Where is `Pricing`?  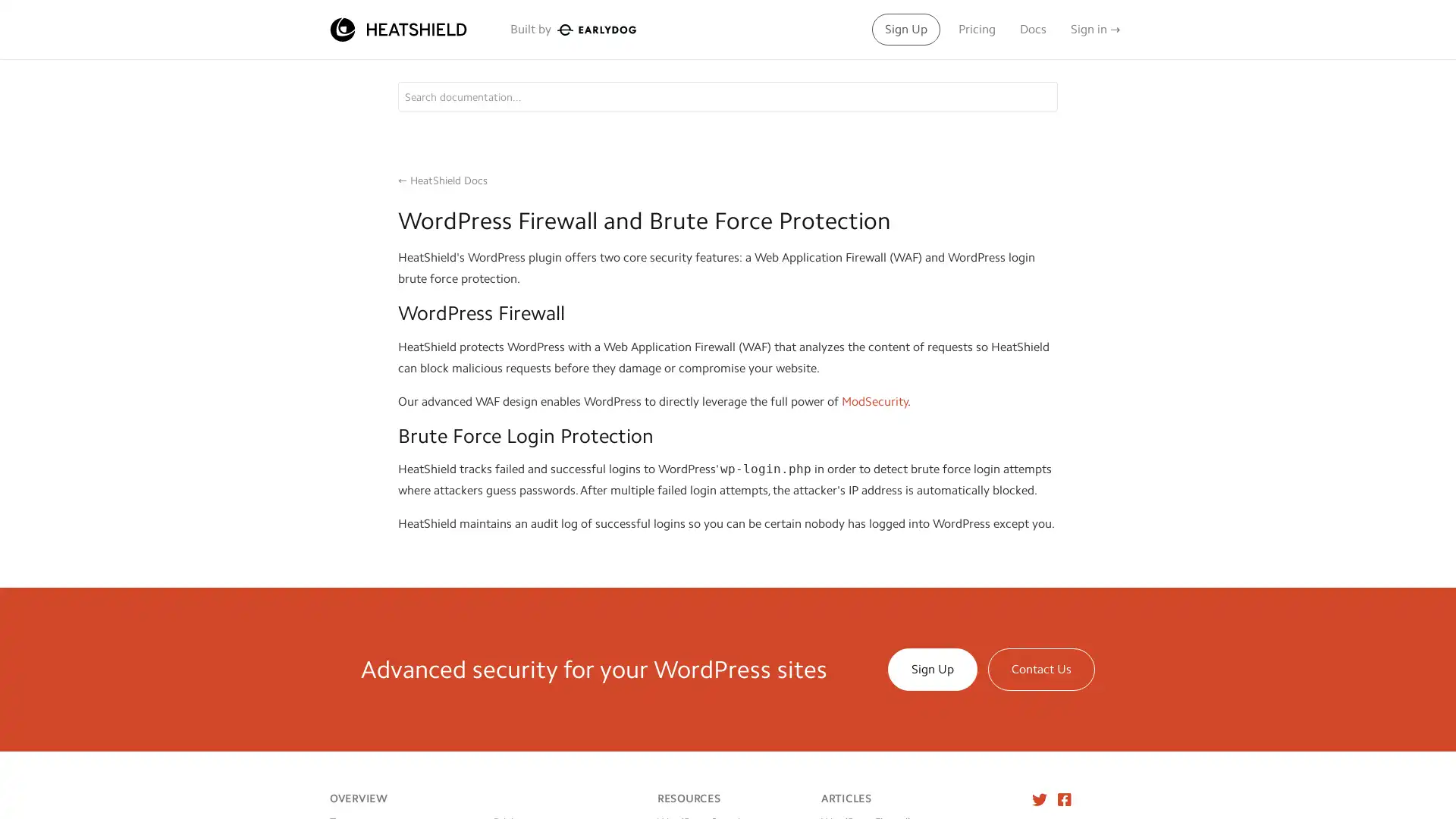
Pricing is located at coordinates (977, 29).